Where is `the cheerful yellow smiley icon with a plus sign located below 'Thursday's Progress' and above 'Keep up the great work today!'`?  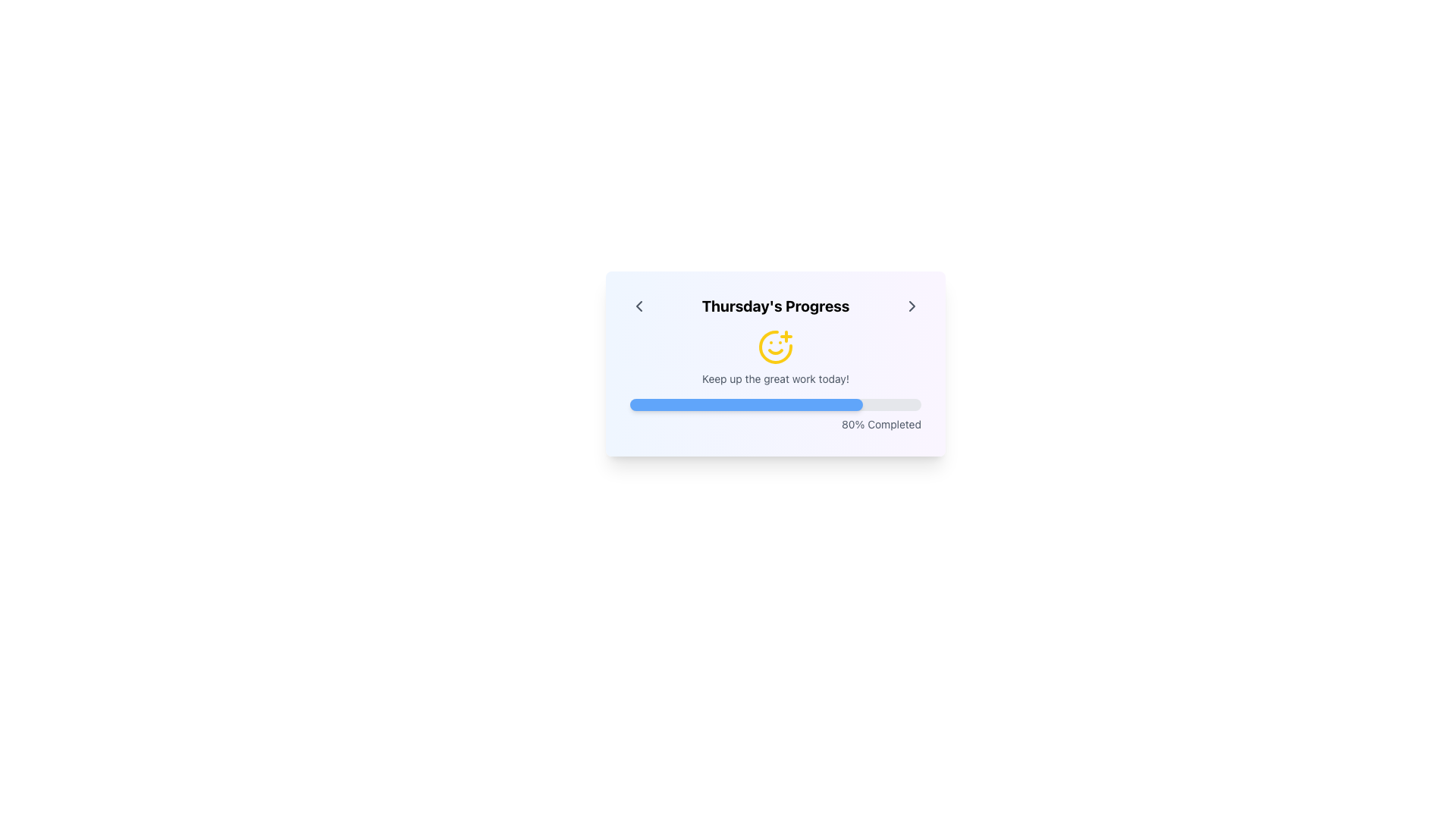 the cheerful yellow smiley icon with a plus sign located below 'Thursday's Progress' and above 'Keep up the great work today!' is located at coordinates (775, 347).